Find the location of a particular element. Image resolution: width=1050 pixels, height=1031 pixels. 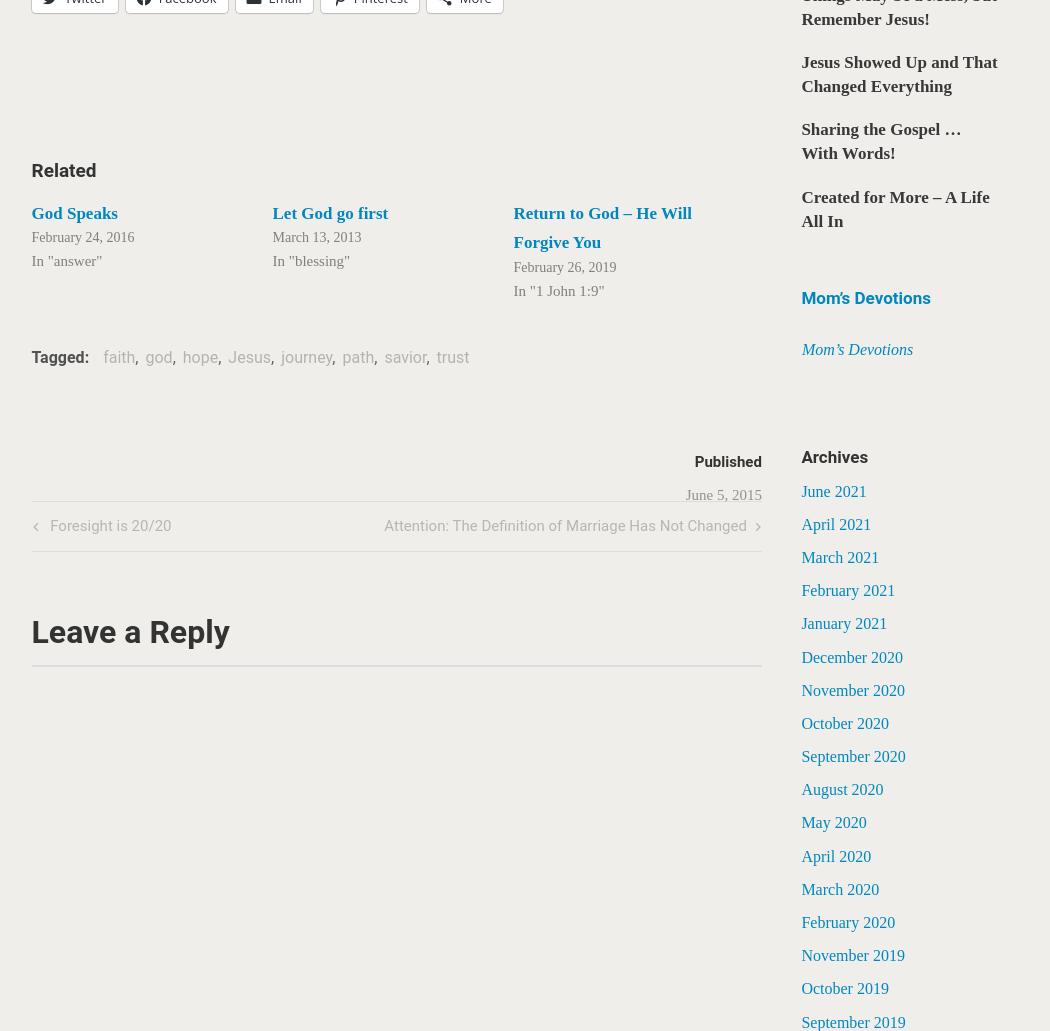

'Related' is located at coordinates (62, 169).